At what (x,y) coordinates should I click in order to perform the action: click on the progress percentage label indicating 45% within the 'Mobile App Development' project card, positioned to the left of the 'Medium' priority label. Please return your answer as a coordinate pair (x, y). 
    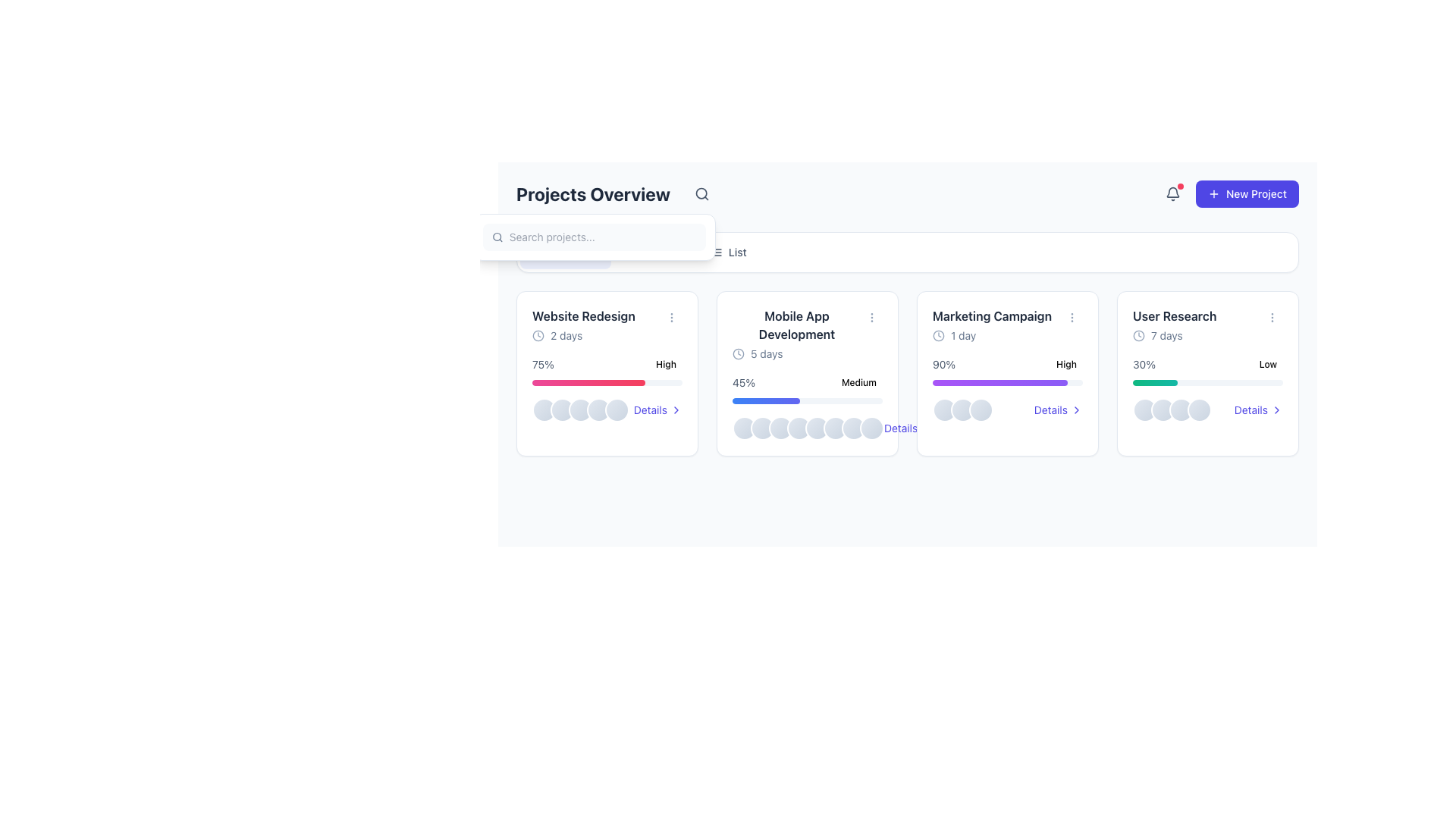
    Looking at the image, I should click on (744, 382).